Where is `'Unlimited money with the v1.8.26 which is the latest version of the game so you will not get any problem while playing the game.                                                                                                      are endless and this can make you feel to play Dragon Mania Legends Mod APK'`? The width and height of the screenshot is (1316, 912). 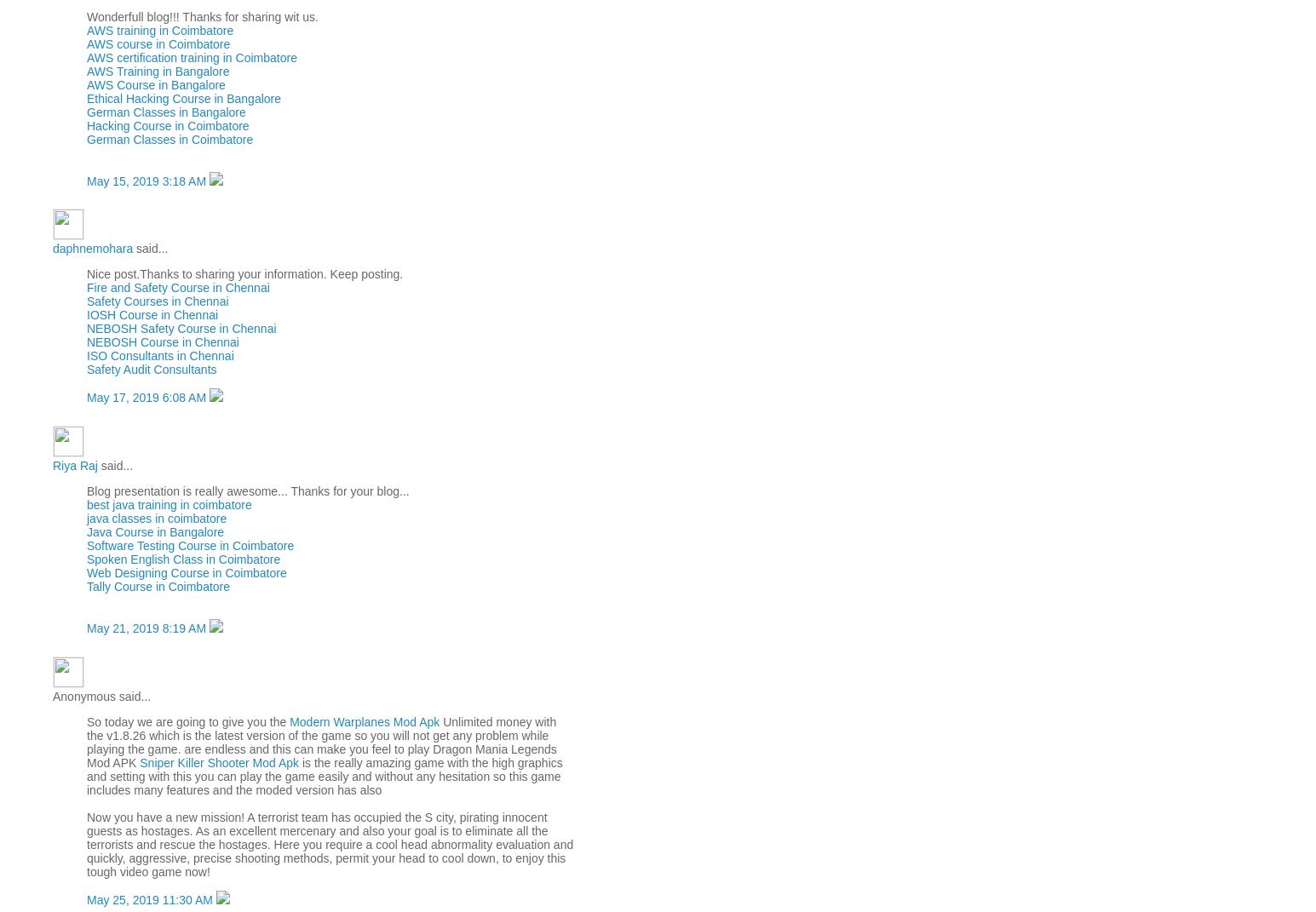
'Unlimited money with the v1.8.26 which is the latest version of the game so you will not get any problem while playing the game.                                                                                                      are endless and this can make you feel to play Dragon Mania Legends Mod APK' is located at coordinates (320, 742).